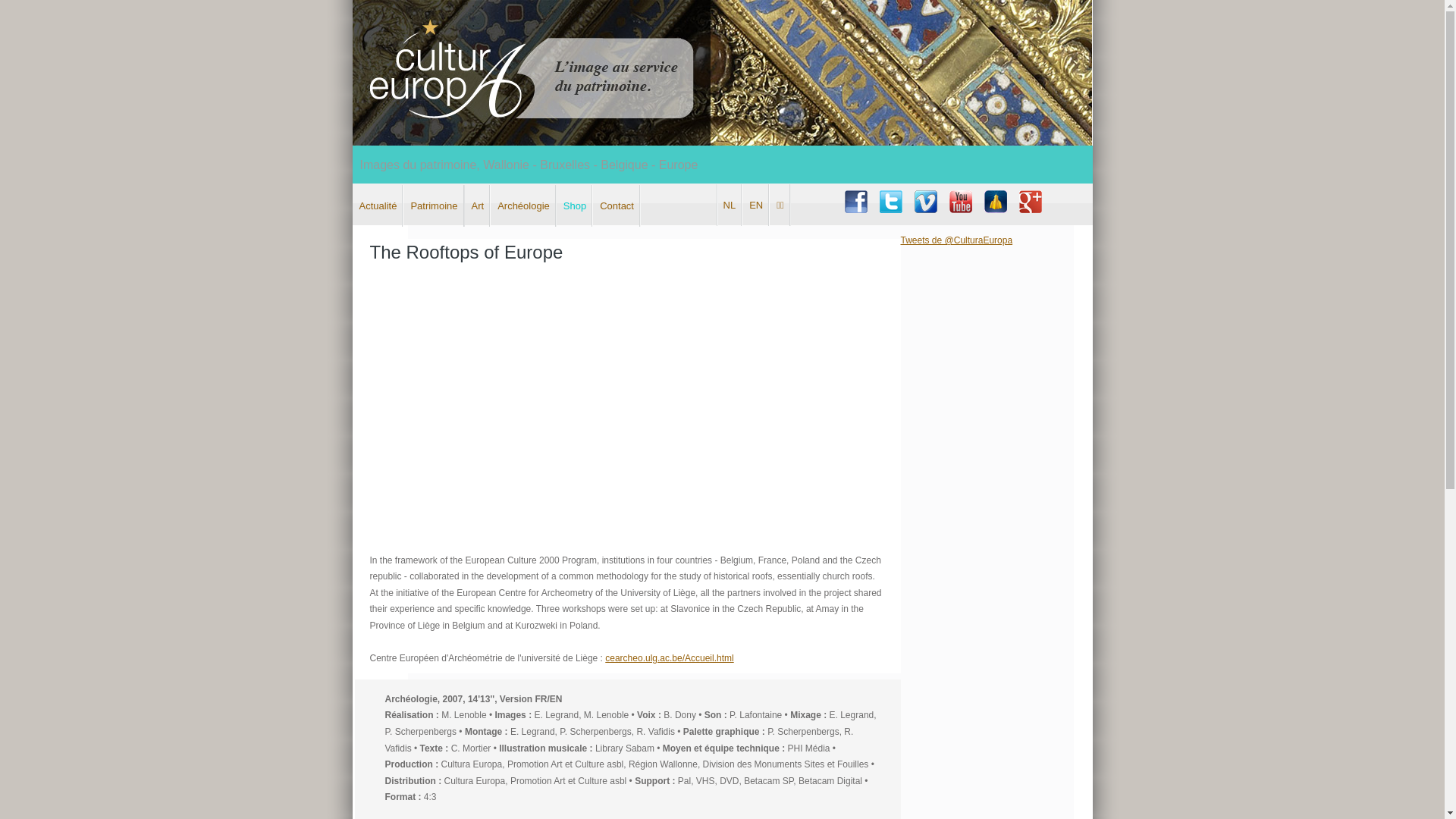  I want to click on 'Contact', so click(617, 206).